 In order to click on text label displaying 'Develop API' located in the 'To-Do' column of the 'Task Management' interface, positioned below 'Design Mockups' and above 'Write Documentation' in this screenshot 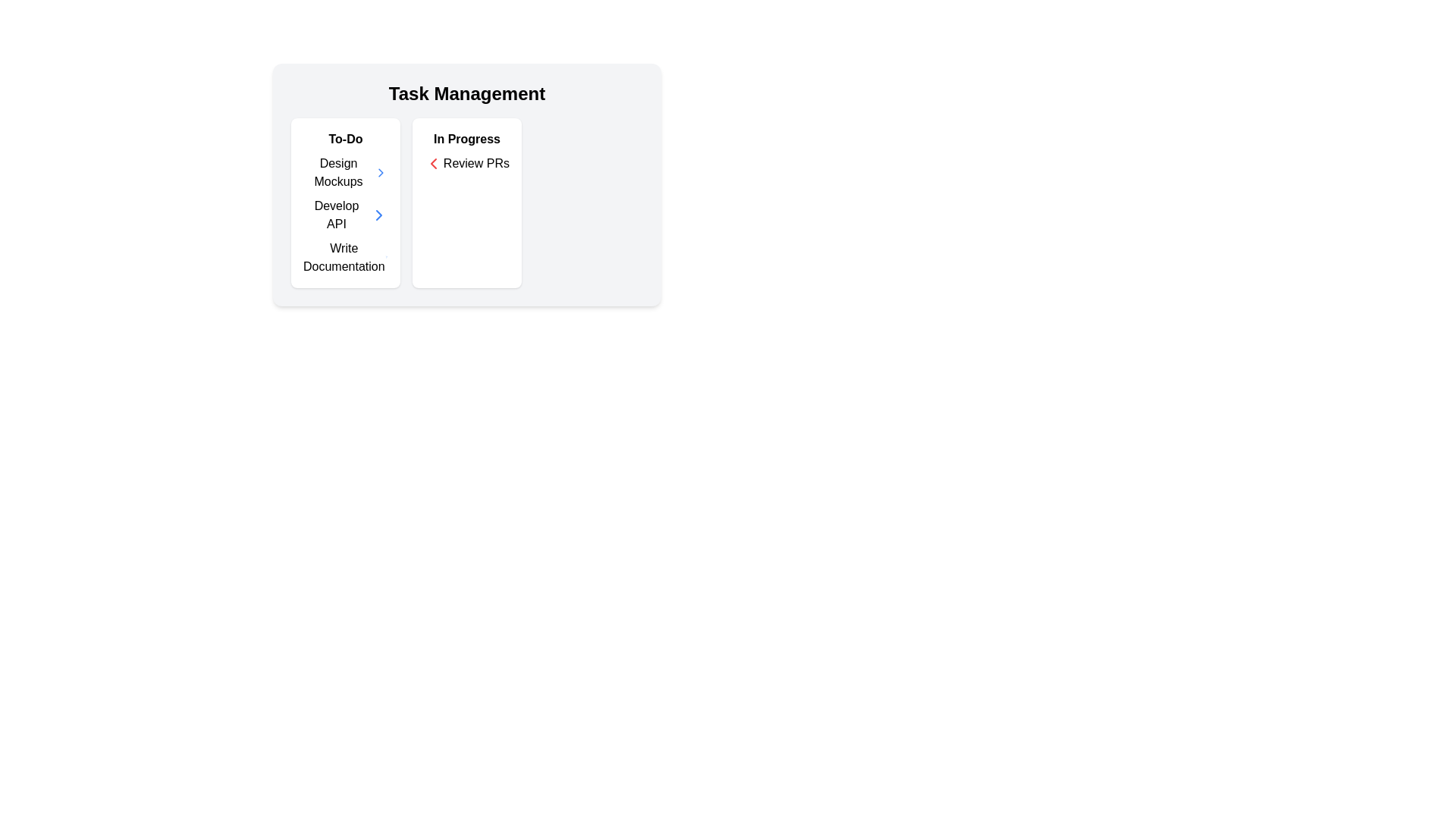, I will do `click(336, 215)`.